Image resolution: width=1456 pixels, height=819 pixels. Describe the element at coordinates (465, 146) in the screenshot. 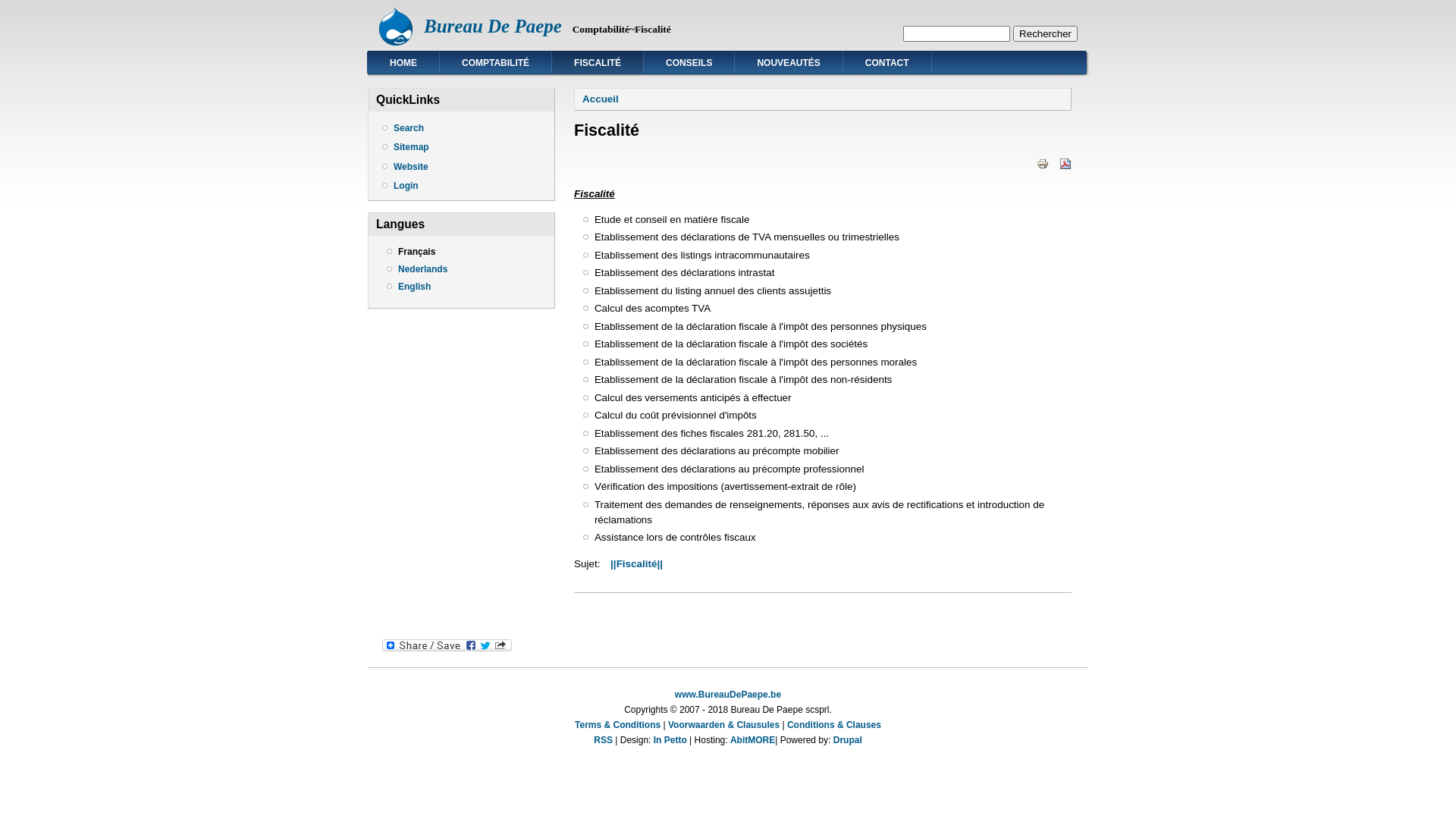

I see `'Sitemap'` at that location.